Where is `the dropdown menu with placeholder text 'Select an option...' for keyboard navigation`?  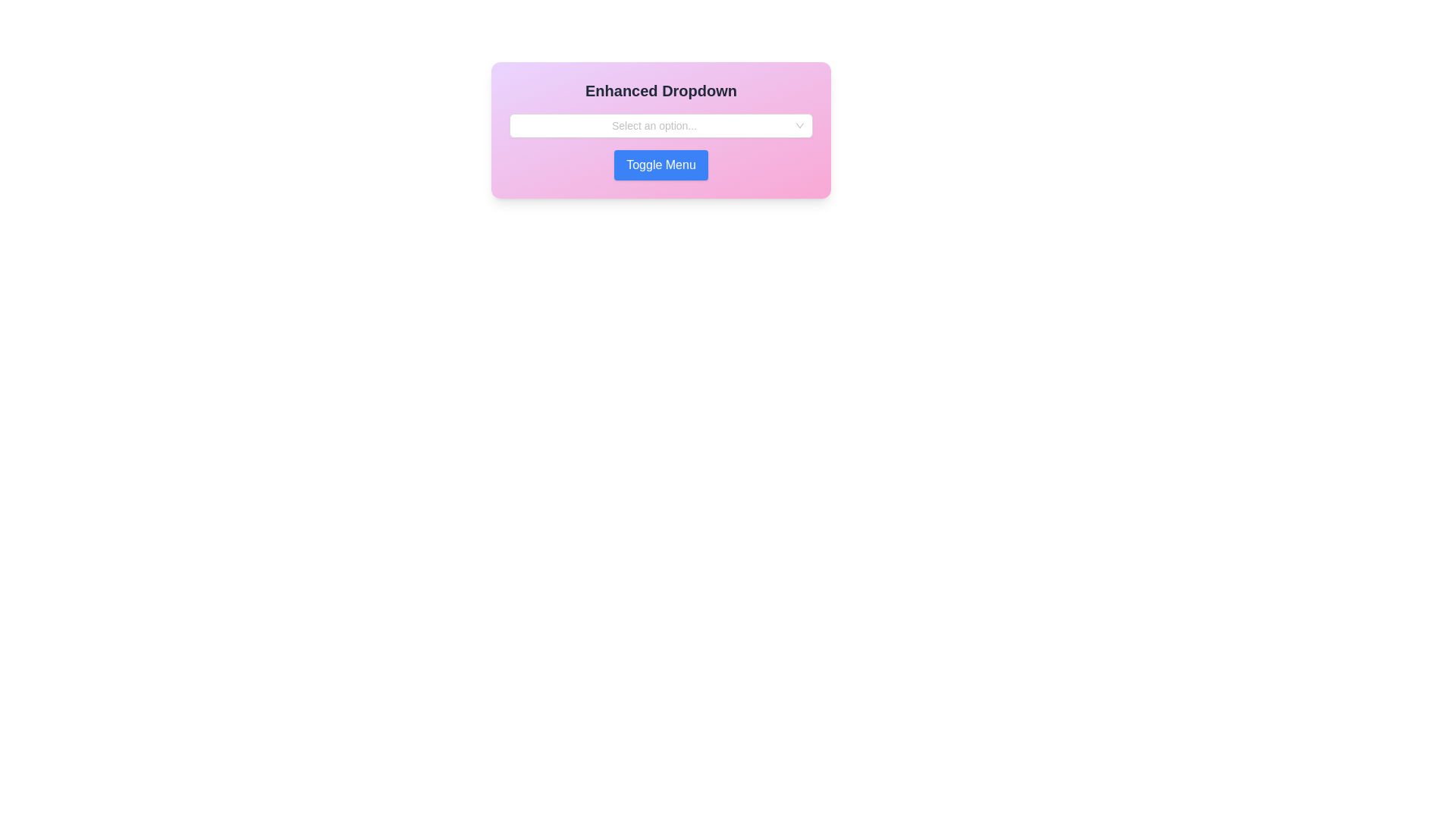
the dropdown menu with placeholder text 'Select an option...' for keyboard navigation is located at coordinates (661, 124).